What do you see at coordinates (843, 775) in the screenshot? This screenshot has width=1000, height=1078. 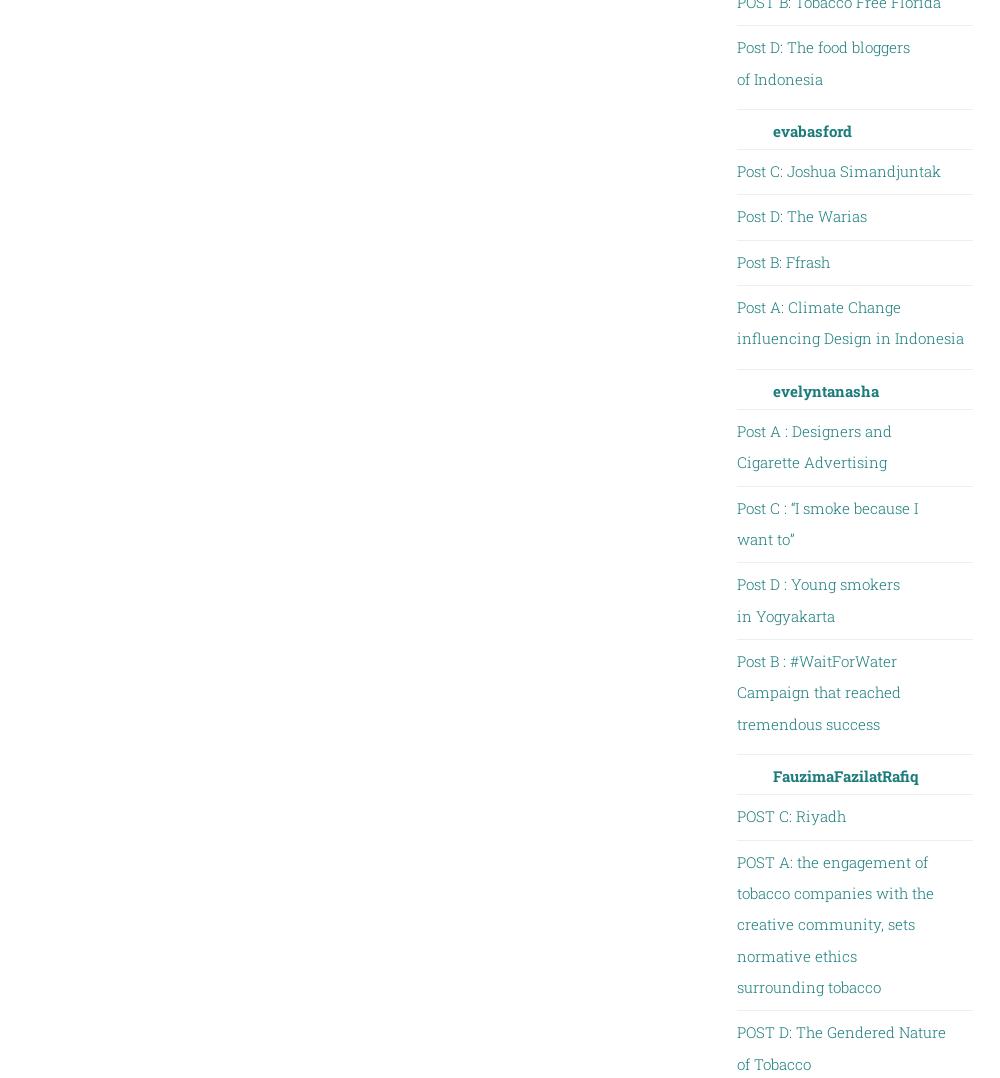 I see `'FauzimaFazilatRafiq'` at bounding box center [843, 775].